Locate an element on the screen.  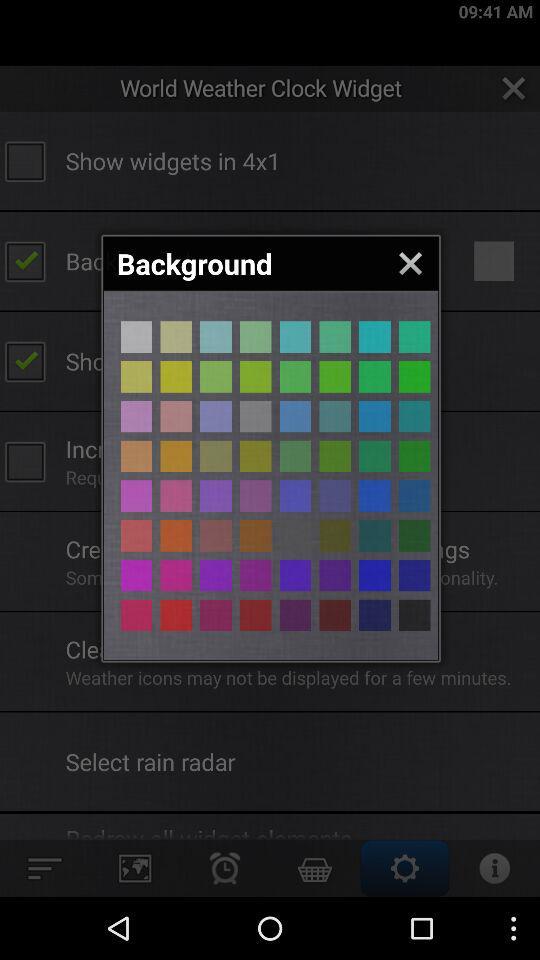
the button is used to color option is located at coordinates (255, 375).